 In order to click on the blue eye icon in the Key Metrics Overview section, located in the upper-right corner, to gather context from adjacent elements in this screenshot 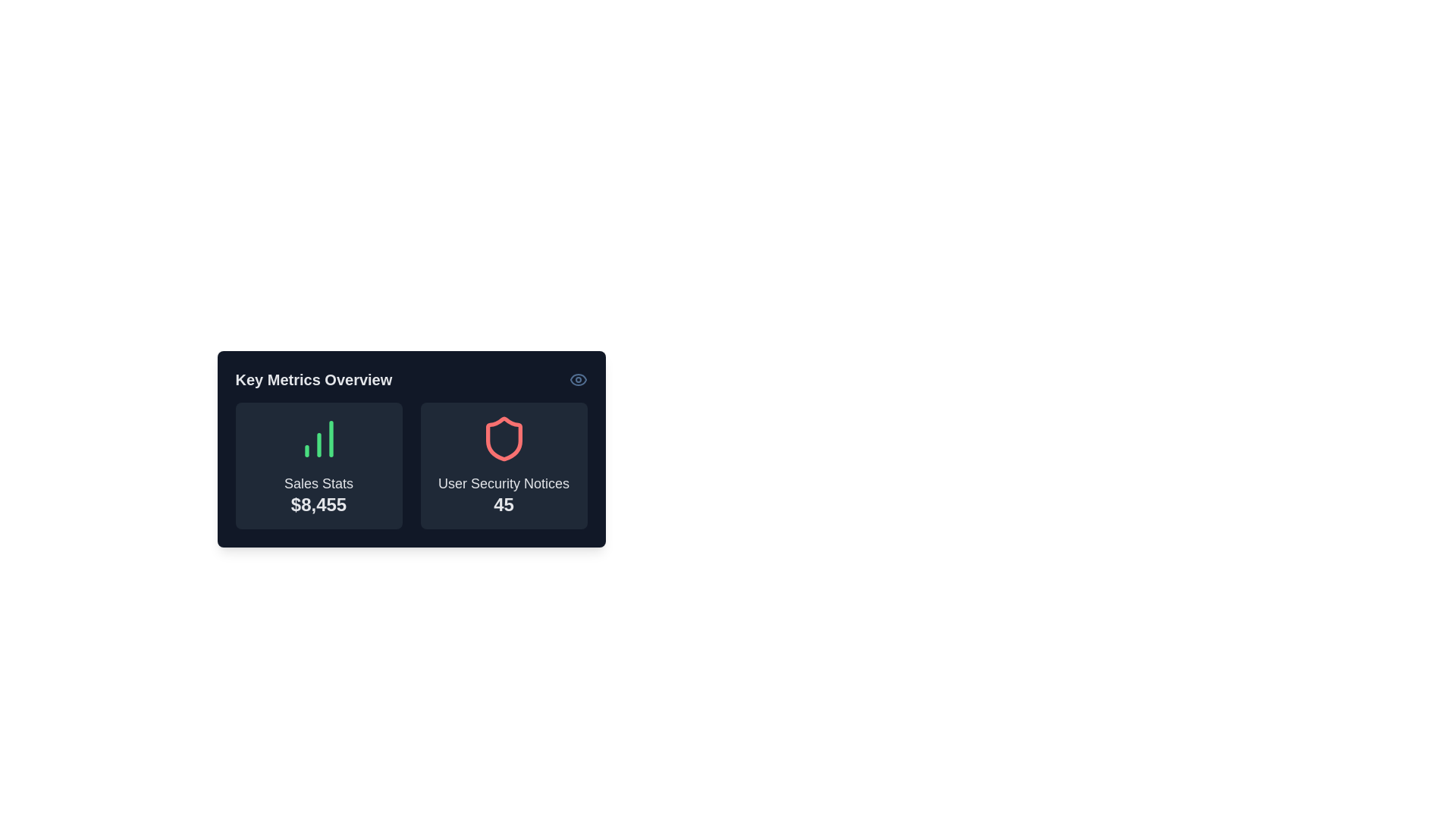, I will do `click(577, 379)`.